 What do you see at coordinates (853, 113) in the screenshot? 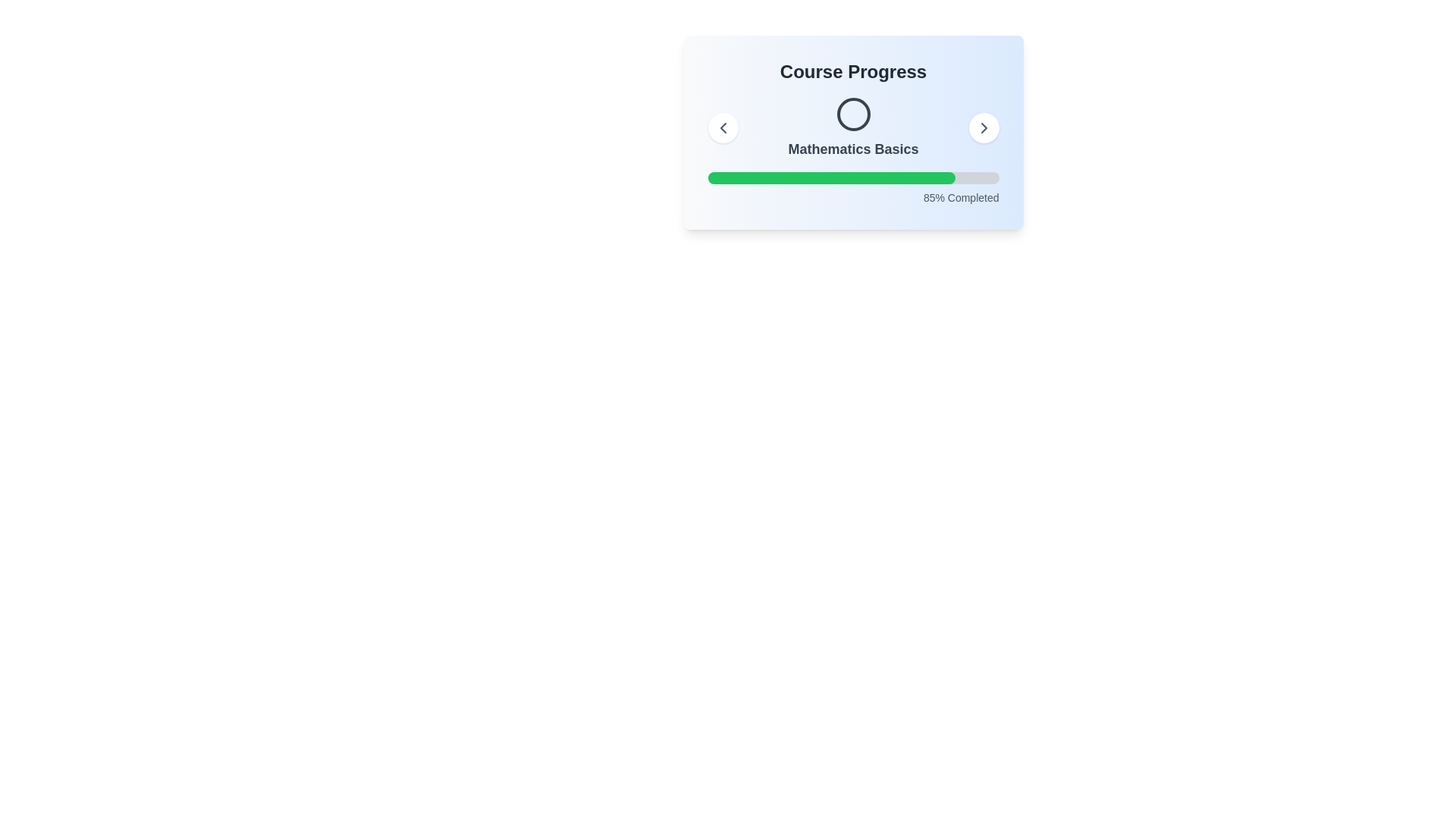
I see `the circular icon located centrally above the text label 'Mathematics Basics' in the text-centered layout group` at bounding box center [853, 113].